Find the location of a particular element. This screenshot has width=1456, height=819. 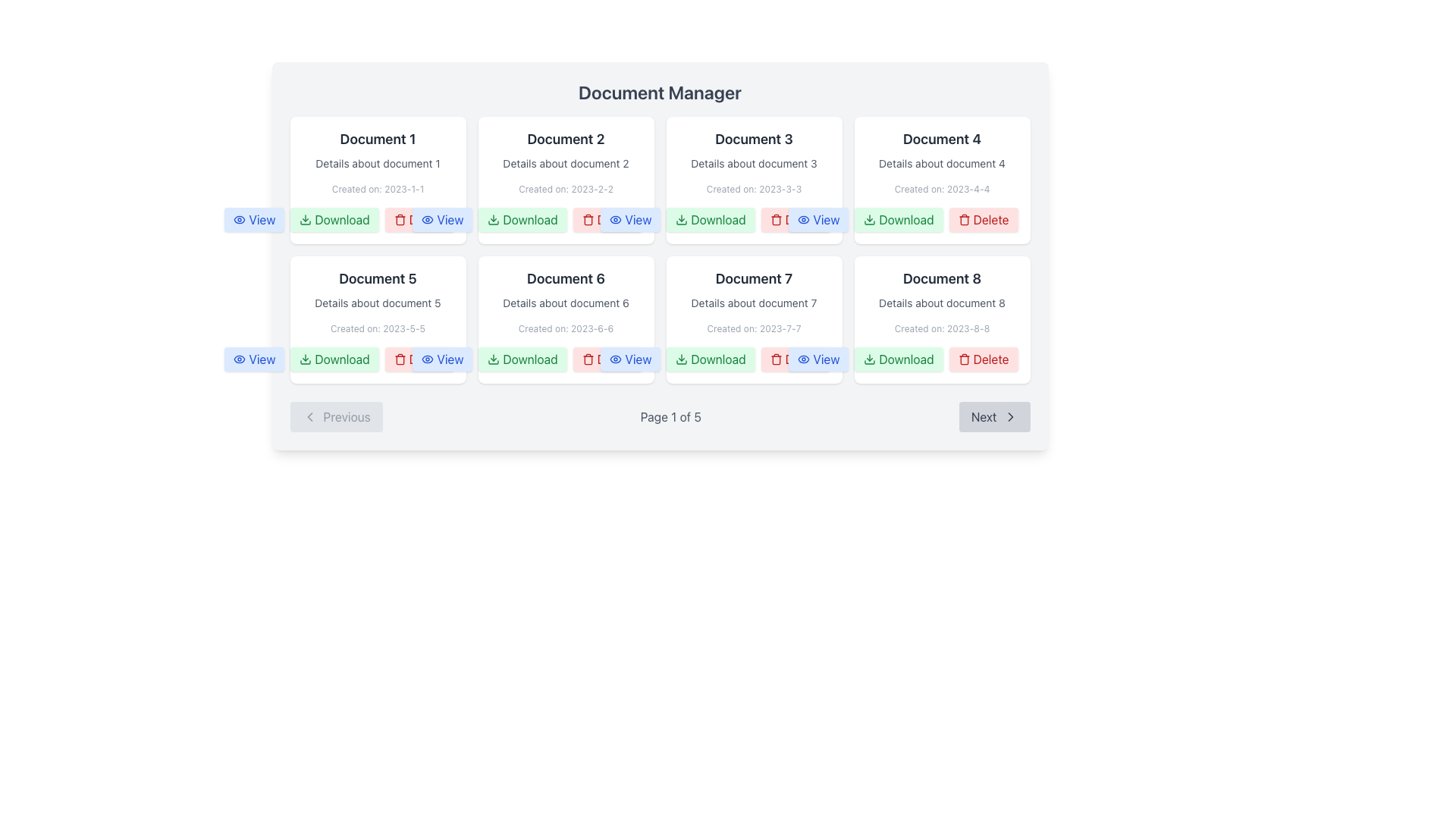

the green 'Download' button located in the middle of the three-button group beneath 'Document 3' in the 'Document Manager' interface to initiate a download is located at coordinates (710, 219).